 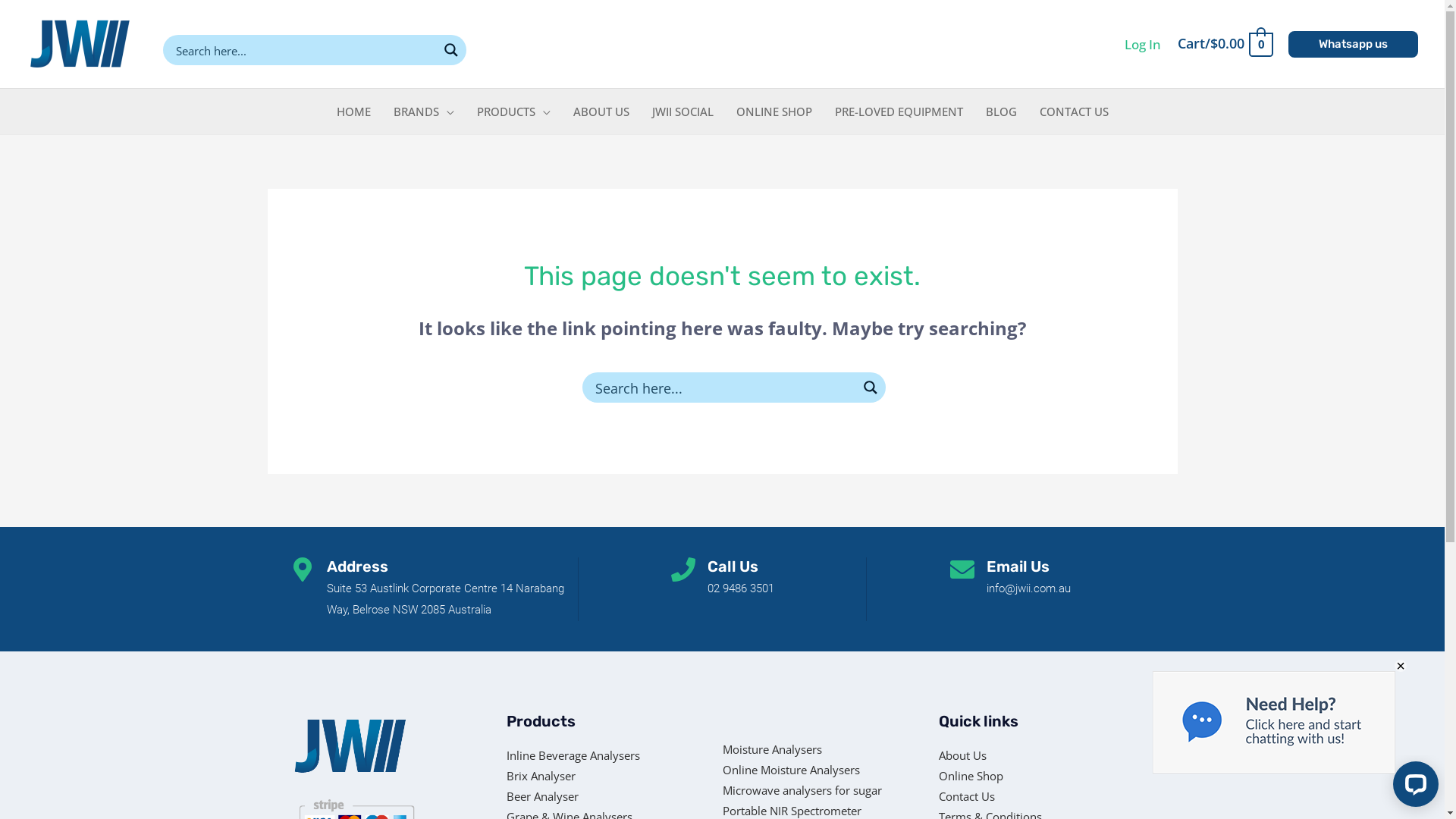 I want to click on 'About Us', so click(x=990, y=755).